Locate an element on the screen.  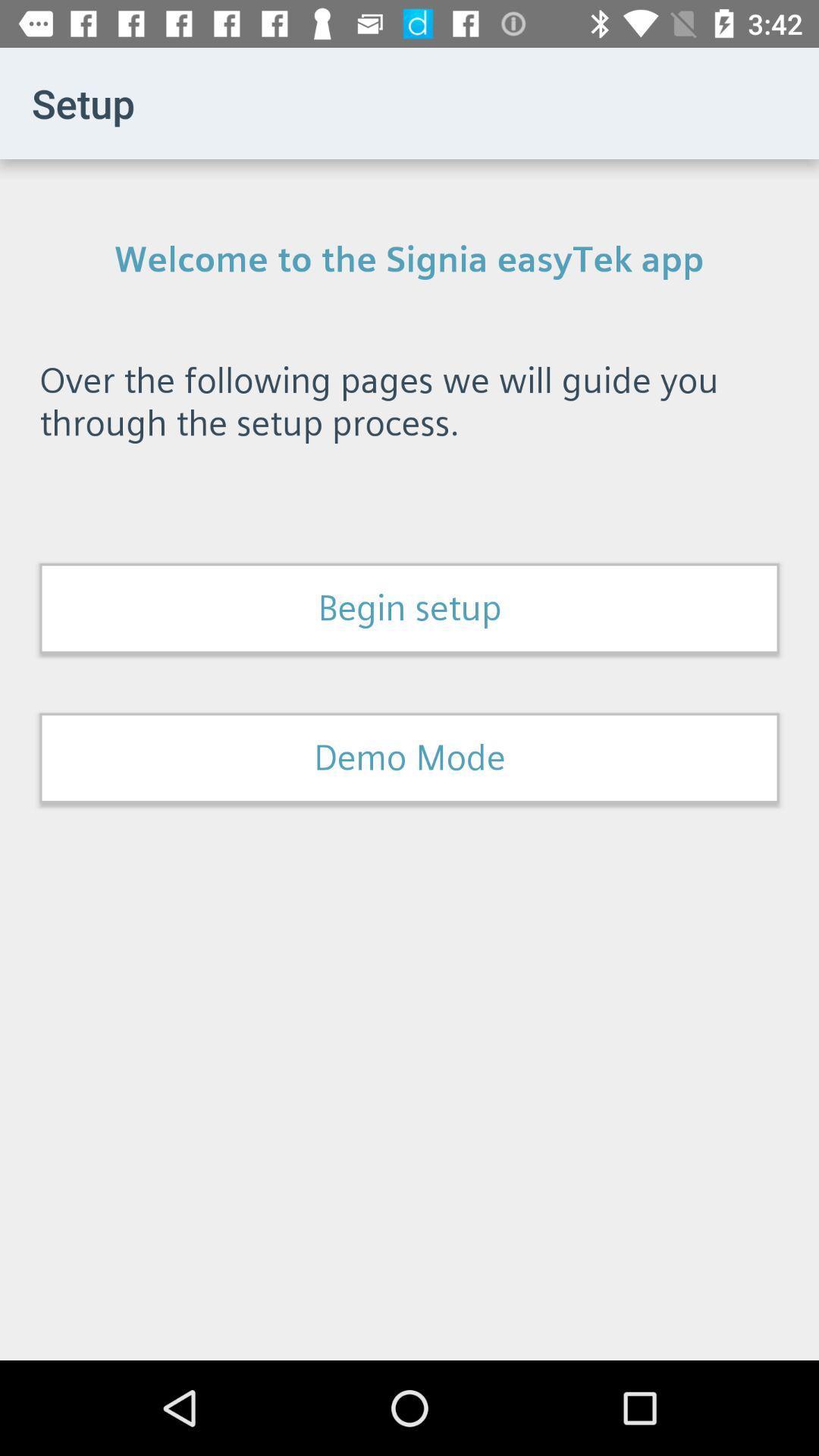
begin setup icon is located at coordinates (409, 608).